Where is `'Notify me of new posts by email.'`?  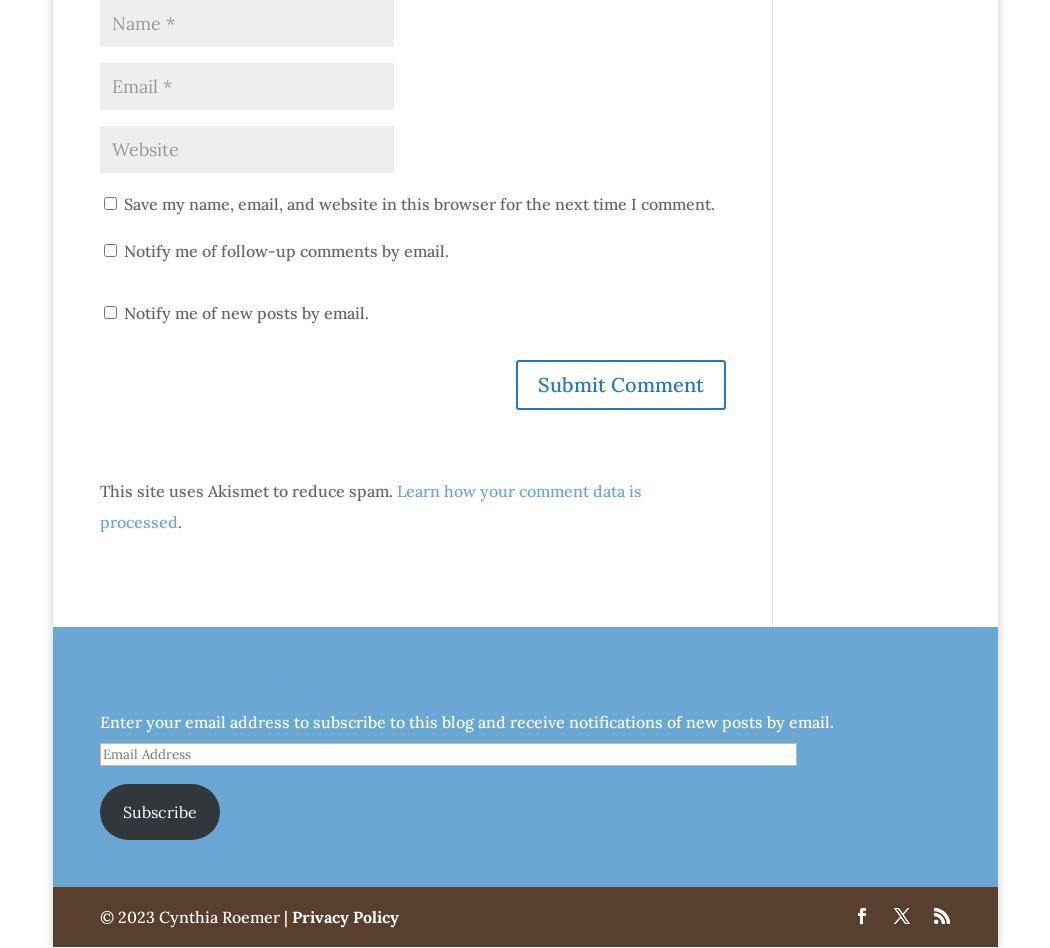
'Notify me of new posts by email.' is located at coordinates (245, 313).